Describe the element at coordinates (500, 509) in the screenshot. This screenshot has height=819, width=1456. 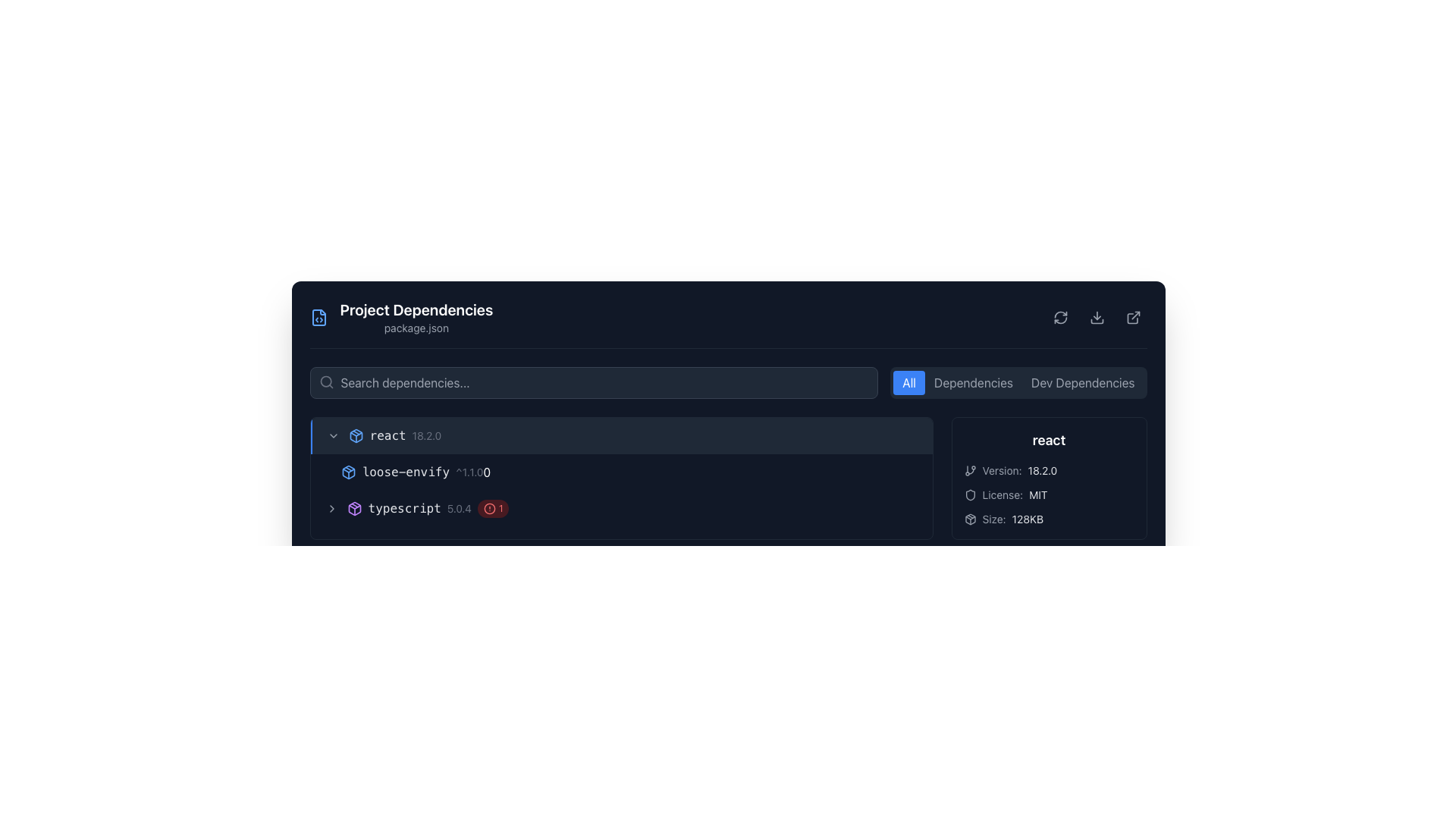
I see `the text element displaying the number '1' in red color, which is part of a badge-like design and located to the right of the 'typescript' dependency` at that location.